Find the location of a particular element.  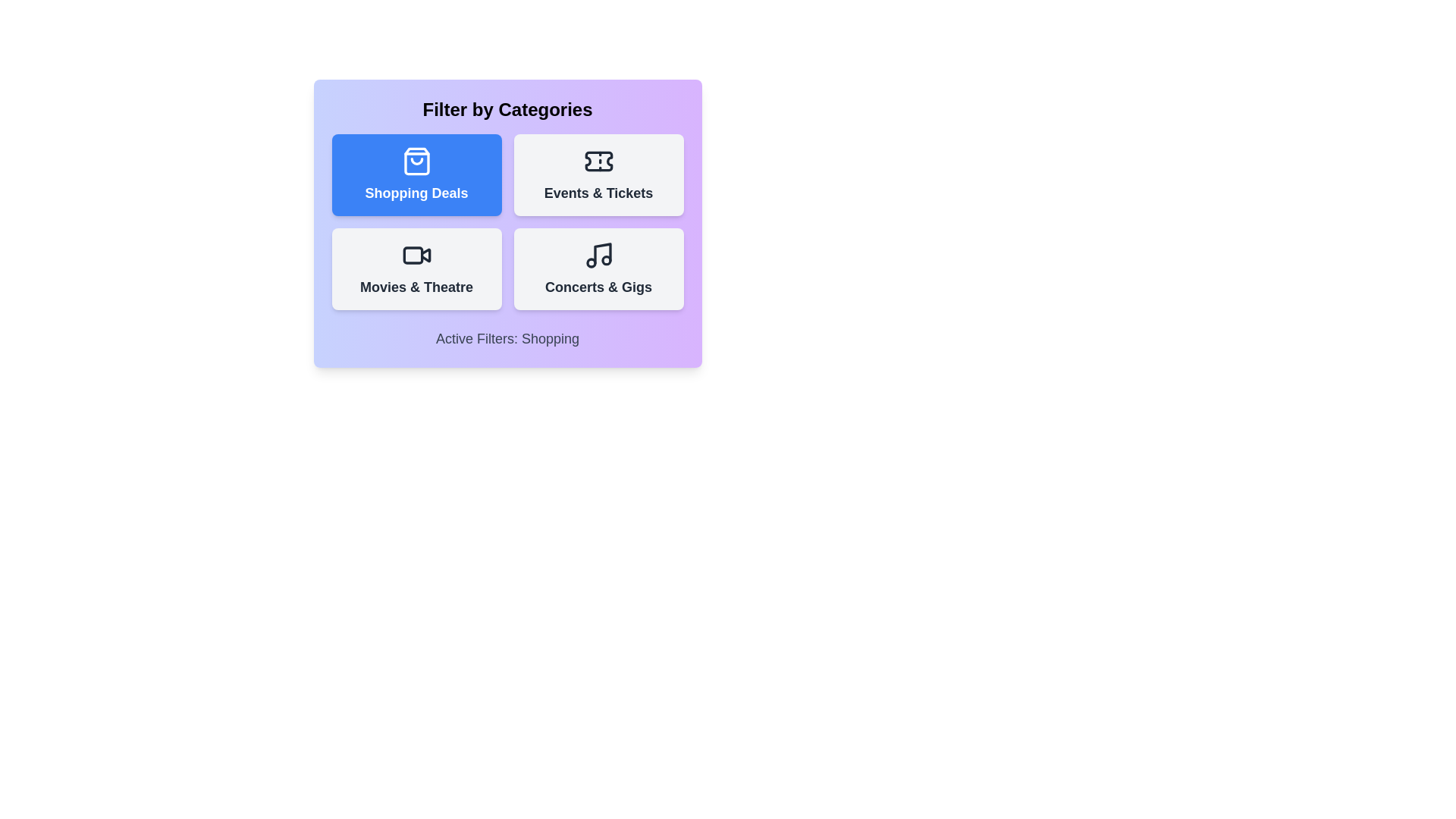

the category button for Shopping Deals is located at coordinates (416, 174).